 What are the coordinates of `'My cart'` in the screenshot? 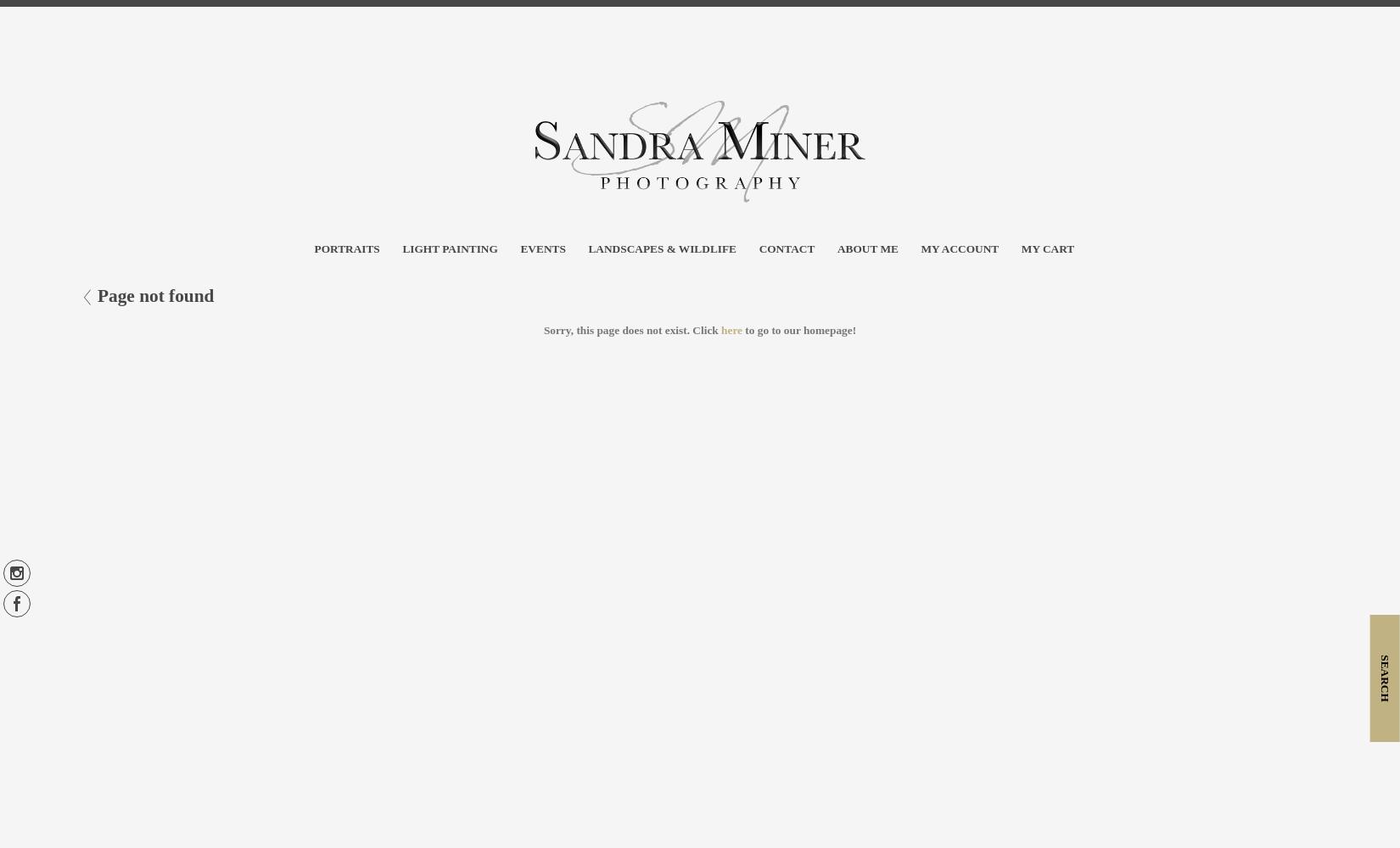 It's located at (1047, 248).